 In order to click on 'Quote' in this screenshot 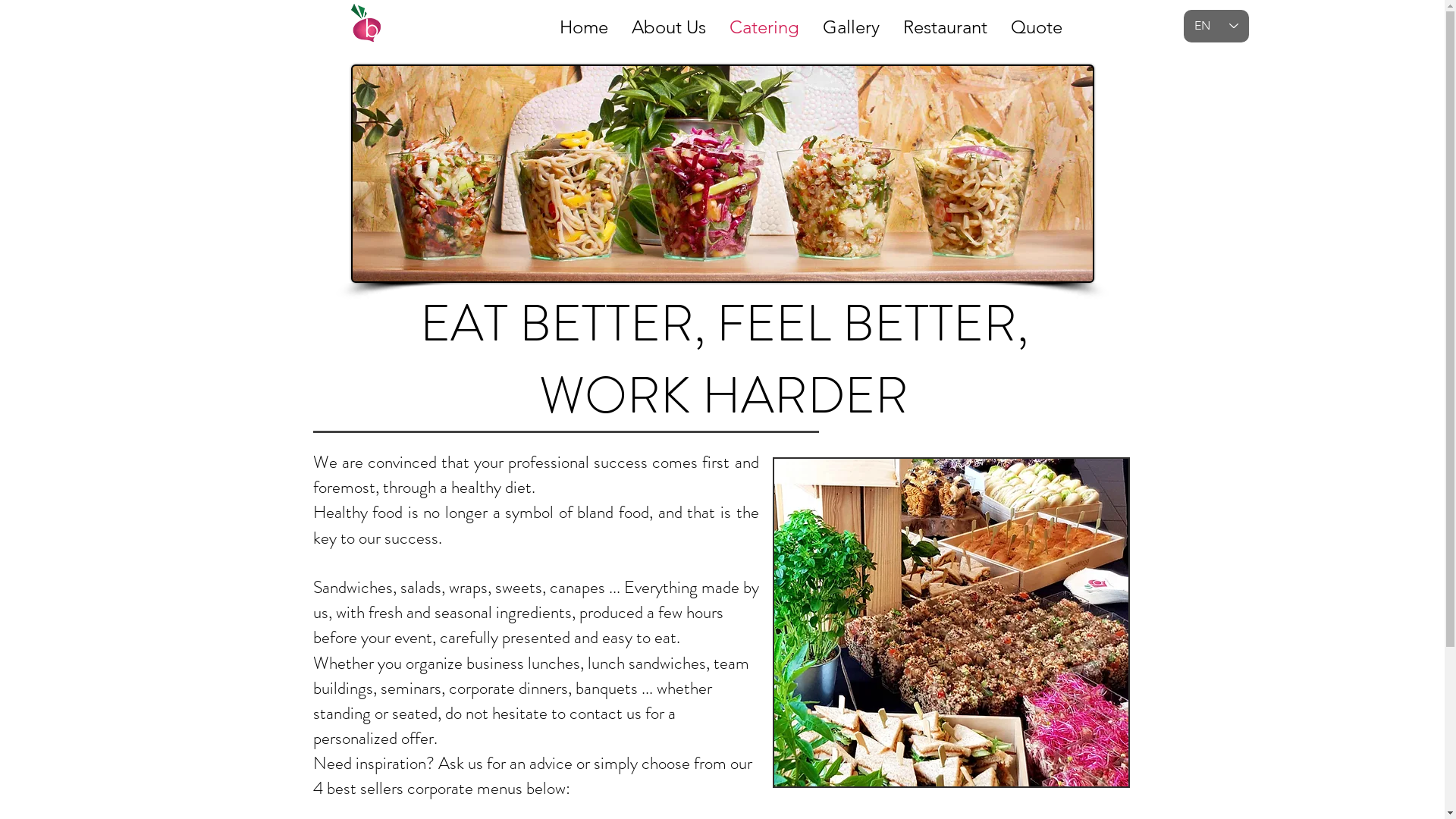, I will do `click(1036, 23)`.